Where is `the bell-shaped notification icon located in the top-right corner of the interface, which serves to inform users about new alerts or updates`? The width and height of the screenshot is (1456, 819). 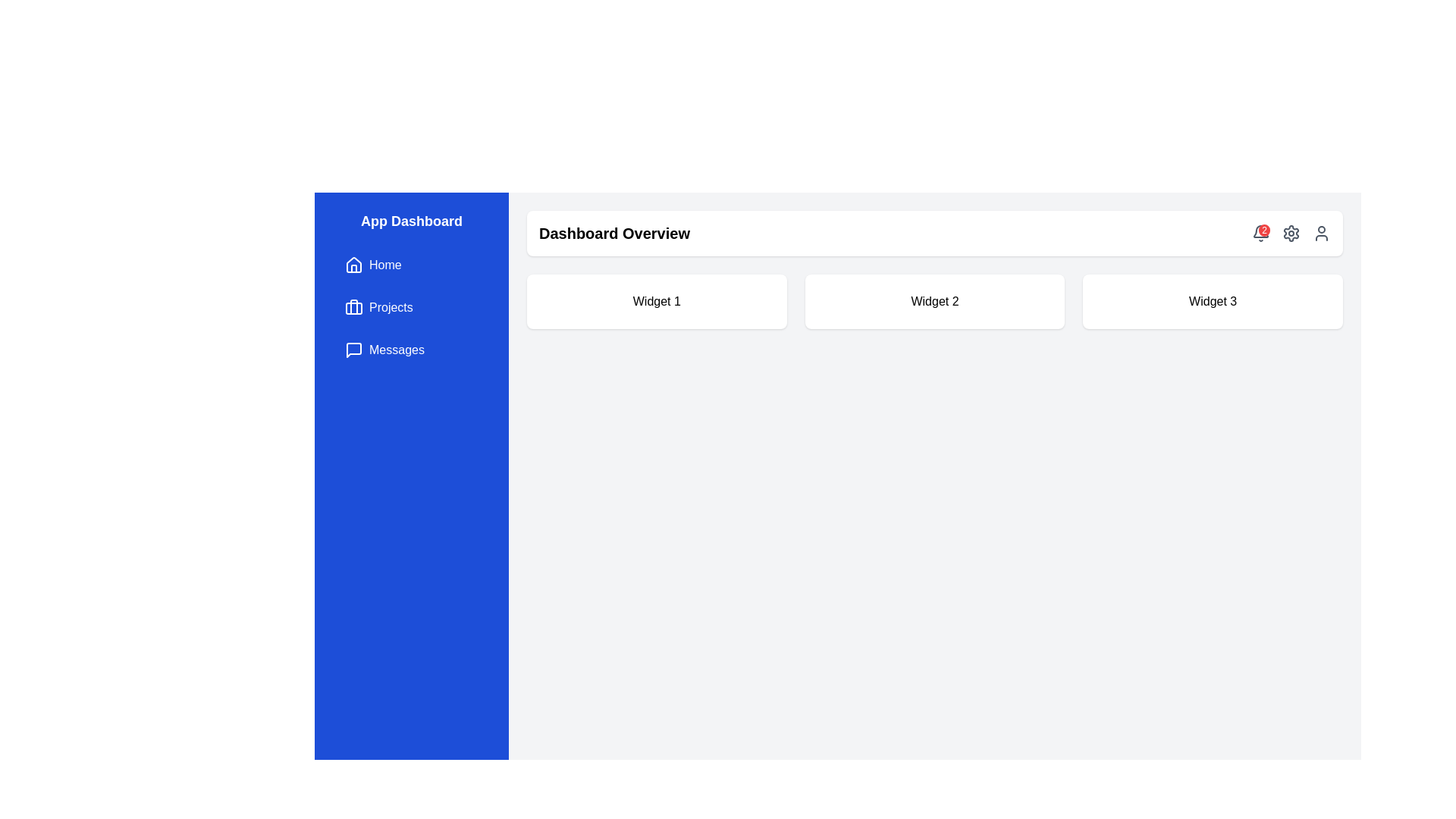
the bell-shaped notification icon located in the top-right corner of the interface, which serves to inform users about new alerts or updates is located at coordinates (1260, 231).